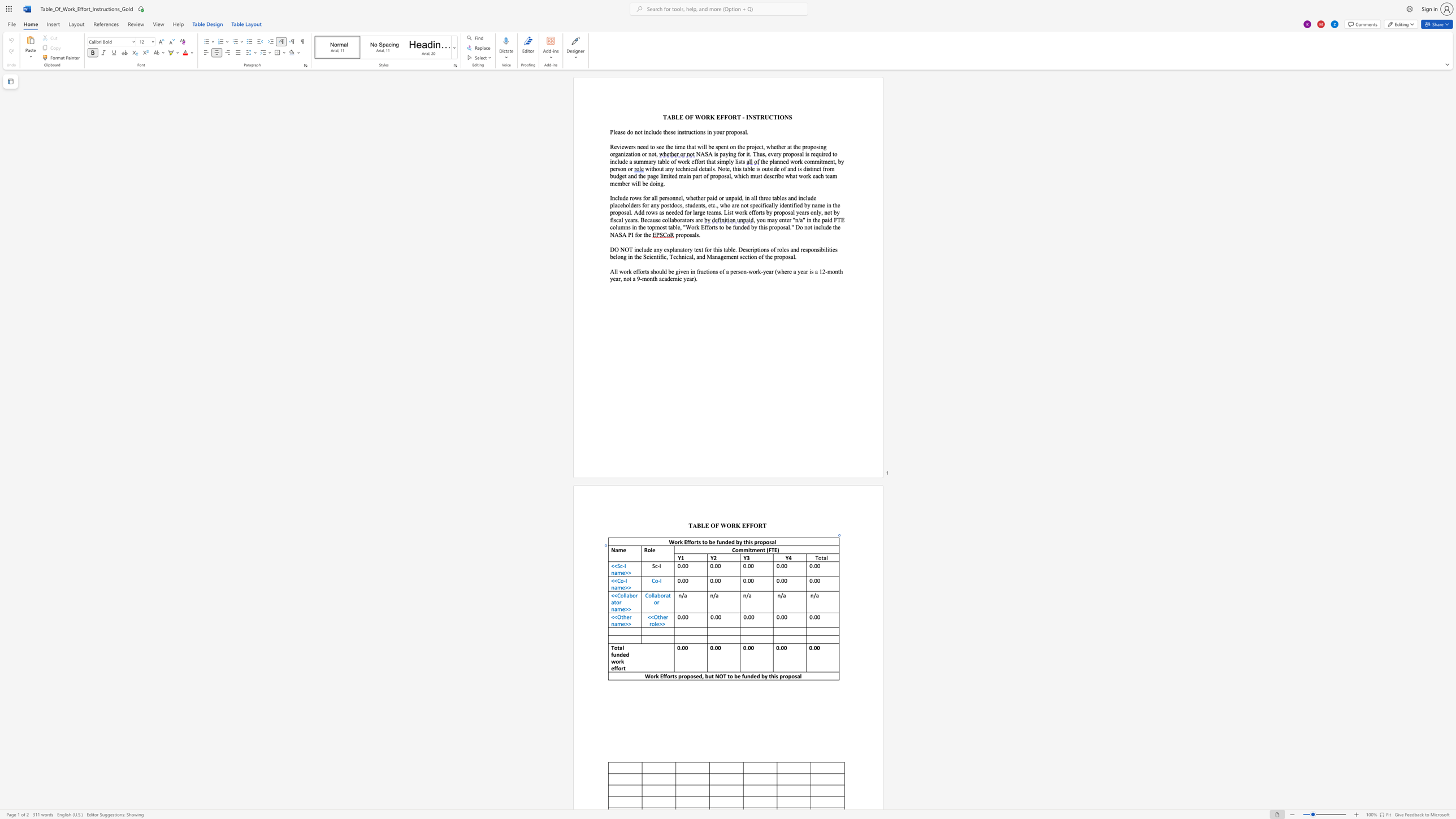 The width and height of the screenshot is (1456, 819). Describe the element at coordinates (736, 549) in the screenshot. I see `the 1th character "o" in the text` at that location.